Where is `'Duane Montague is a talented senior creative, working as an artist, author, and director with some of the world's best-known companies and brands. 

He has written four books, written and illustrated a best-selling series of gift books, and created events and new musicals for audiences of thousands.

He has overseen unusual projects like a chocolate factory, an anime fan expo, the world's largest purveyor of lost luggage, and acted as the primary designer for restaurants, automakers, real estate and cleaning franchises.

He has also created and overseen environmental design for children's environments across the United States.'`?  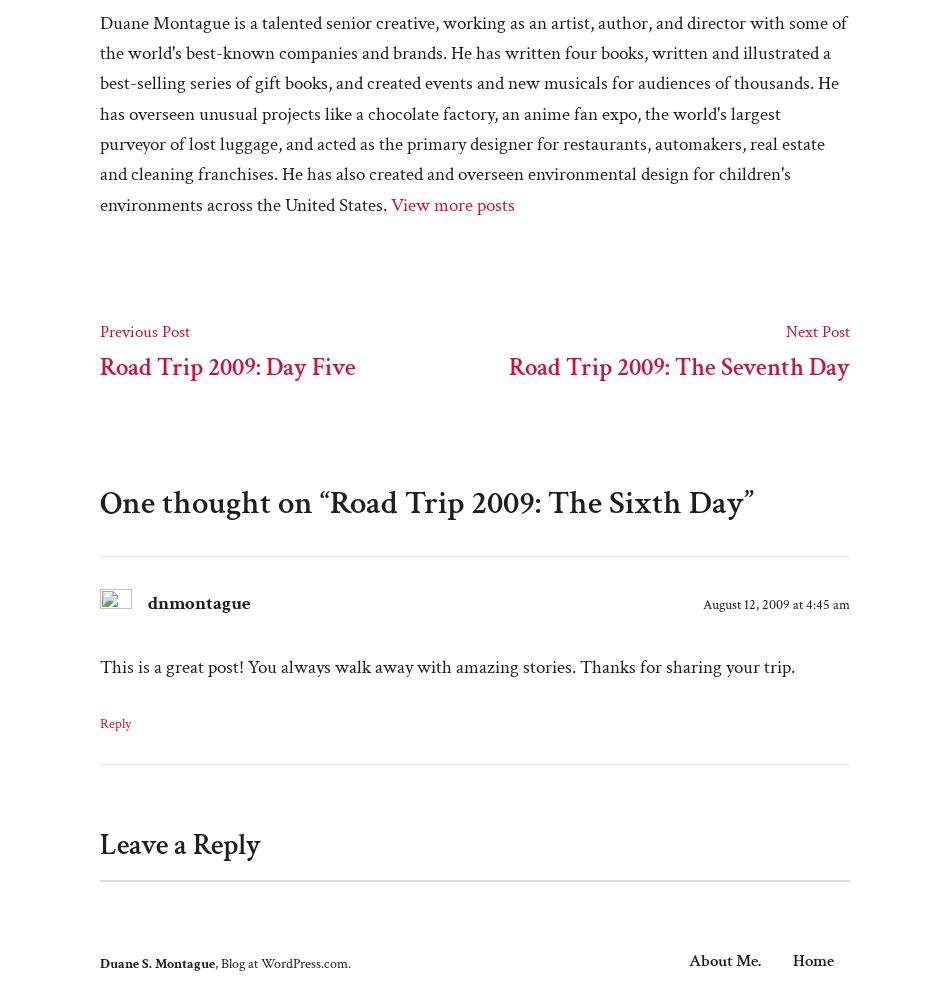
'Duane Montague is a talented senior creative, working as an artist, author, and director with some of the world's best-known companies and brands. 

He has written four books, written and illustrated a best-selling series of gift books, and created events and new musicals for audiences of thousands.

He has overseen unusual projects like a chocolate factory, an anime fan expo, the world's largest purveyor of lost luggage, and acted as the primary designer for restaurants, automakers, real estate and cleaning franchises.

He has also created and overseen environmental design for children's environments across the United States.' is located at coordinates (472, 113).